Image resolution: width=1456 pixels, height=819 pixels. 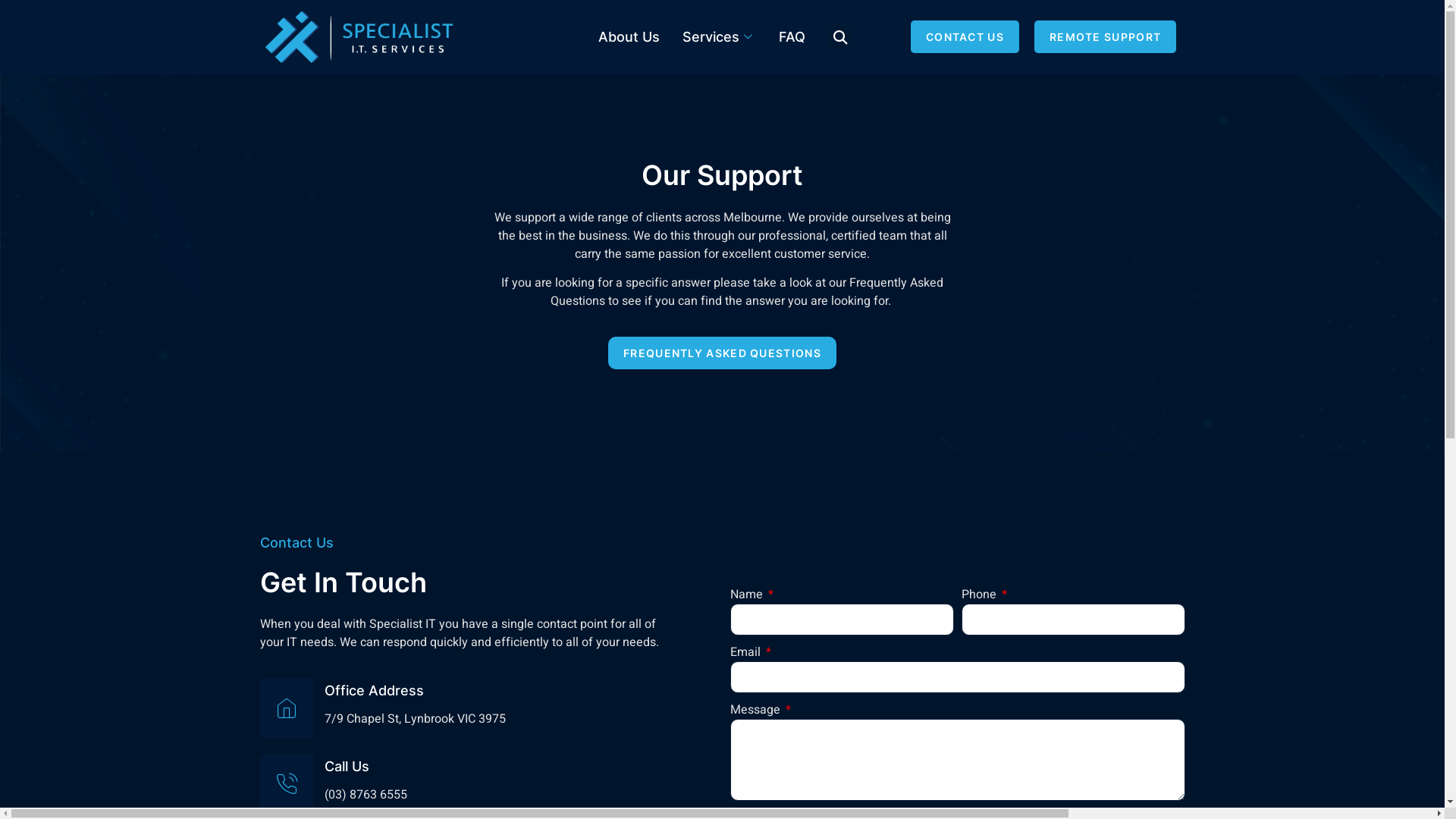 What do you see at coordinates (721, 353) in the screenshot?
I see `'FREQUENTLY ASKED QUESTIONS'` at bounding box center [721, 353].